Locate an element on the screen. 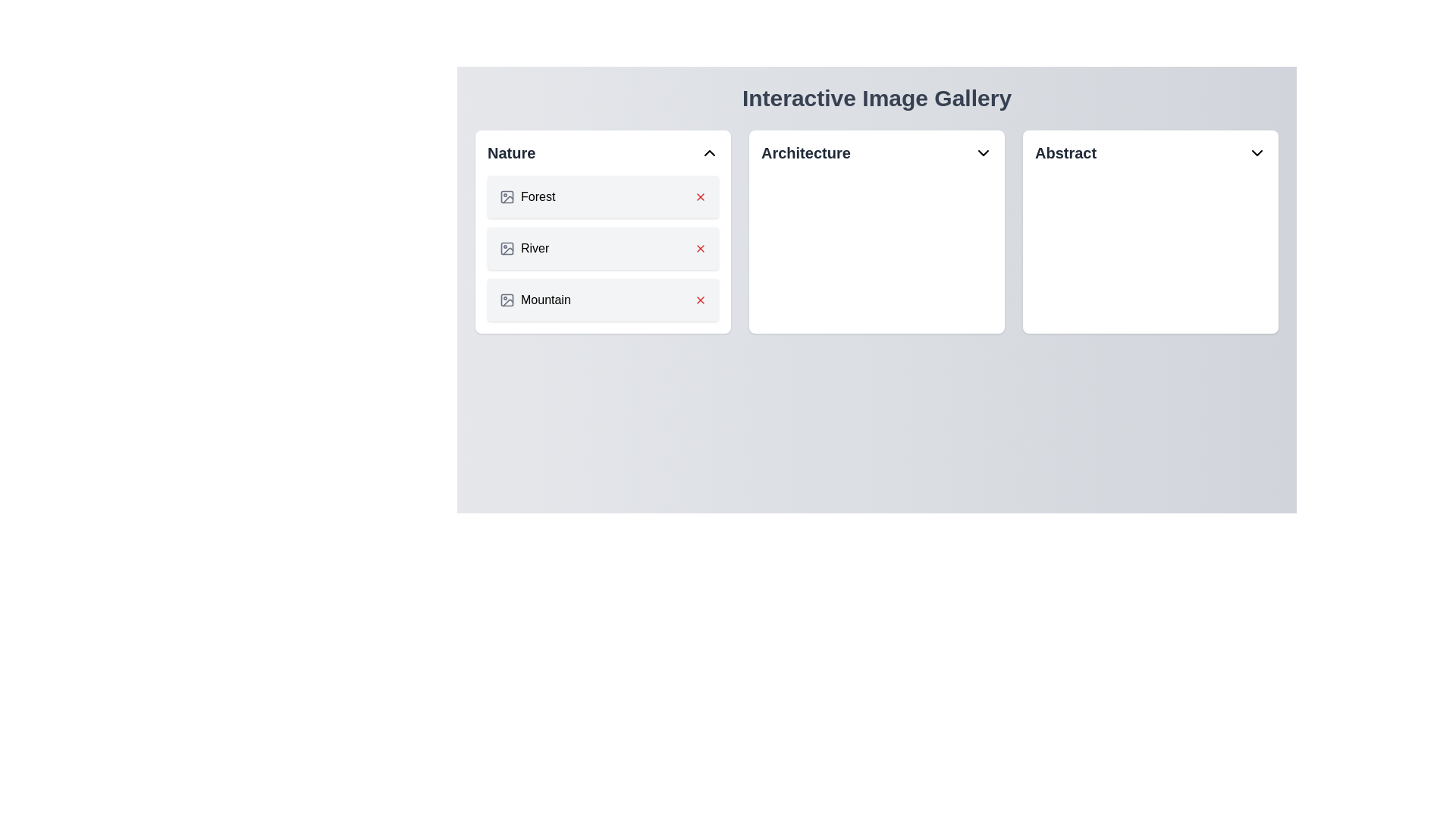 The height and width of the screenshot is (819, 1456). the static text element that categorizes the content section at the top-center of the 'Interactive Image Gallery' interface is located at coordinates (805, 152).